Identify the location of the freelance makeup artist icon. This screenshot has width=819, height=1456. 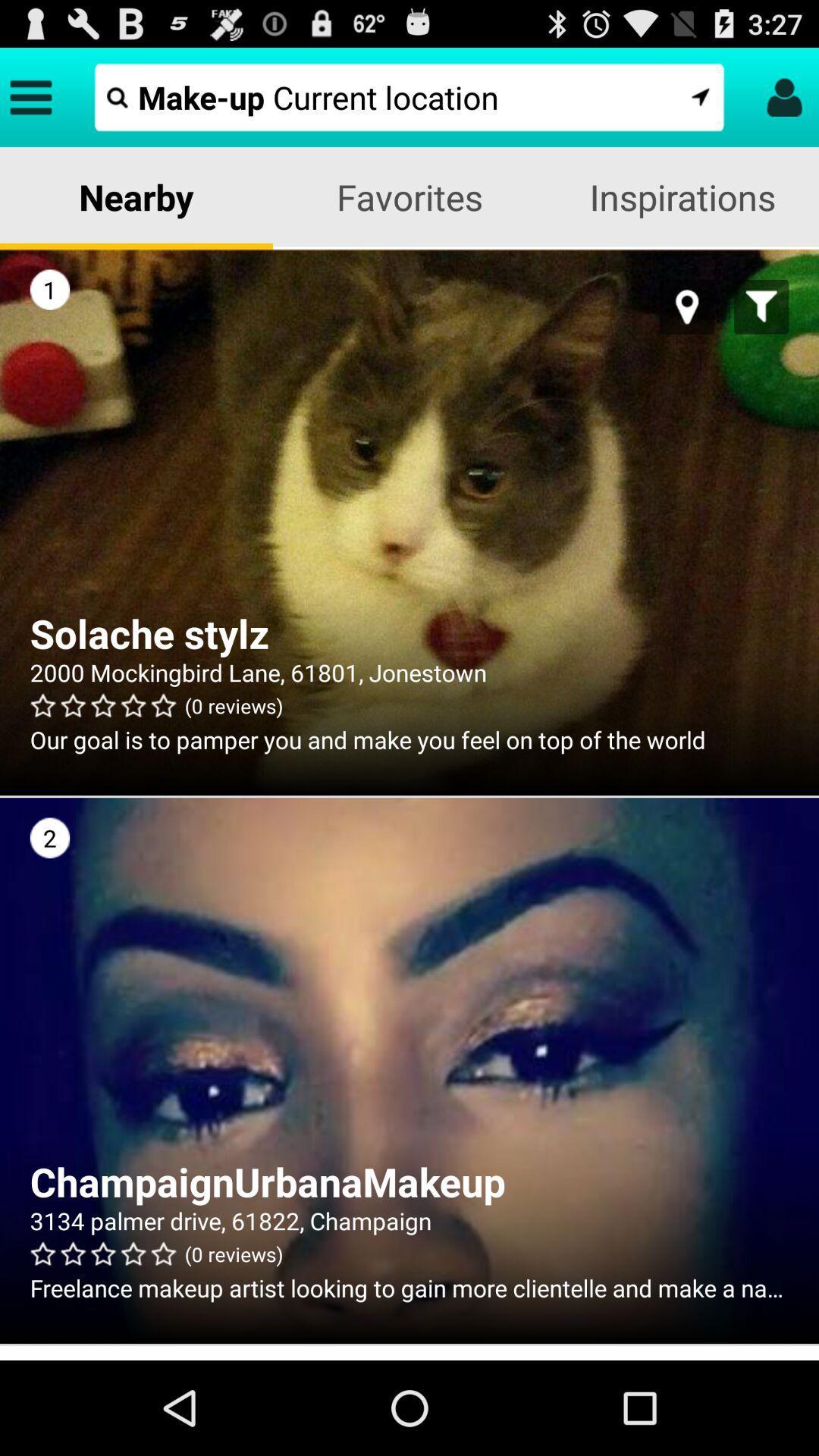
(409, 1287).